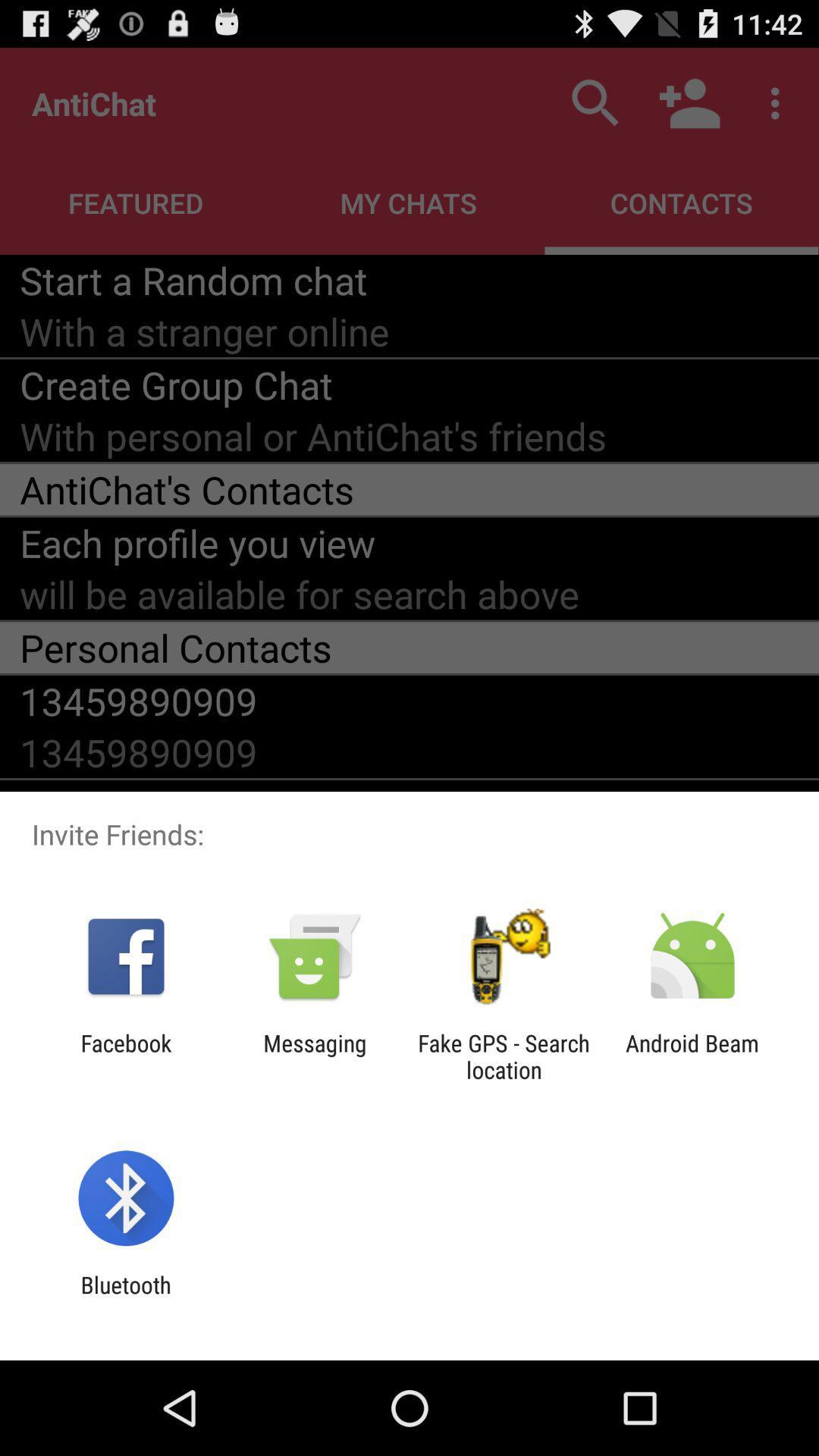  Describe the element at coordinates (314, 1056) in the screenshot. I see `messaging icon` at that location.